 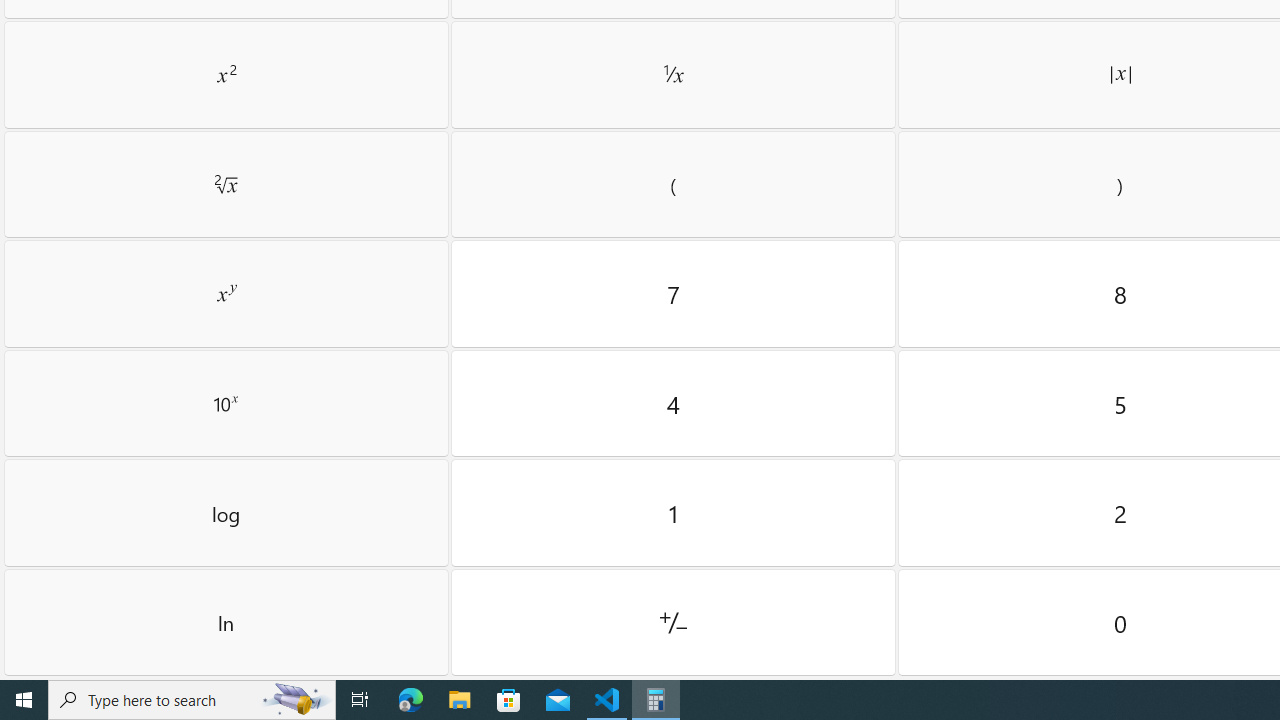 I want to click on 'Type here to search', so click(x=192, y=698).